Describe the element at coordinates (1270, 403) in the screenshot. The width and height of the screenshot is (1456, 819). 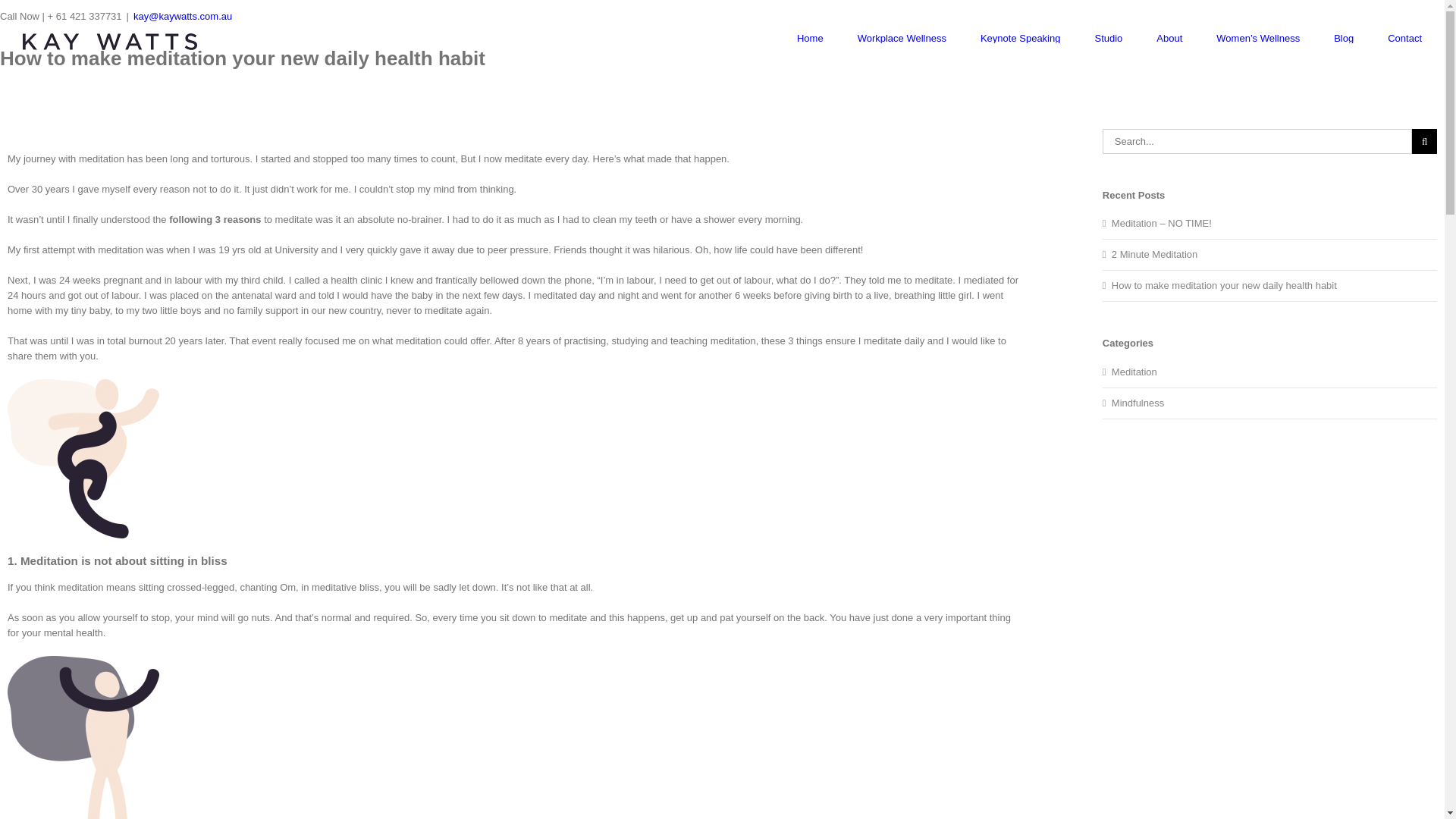
I see `'Mindfulness'` at that location.